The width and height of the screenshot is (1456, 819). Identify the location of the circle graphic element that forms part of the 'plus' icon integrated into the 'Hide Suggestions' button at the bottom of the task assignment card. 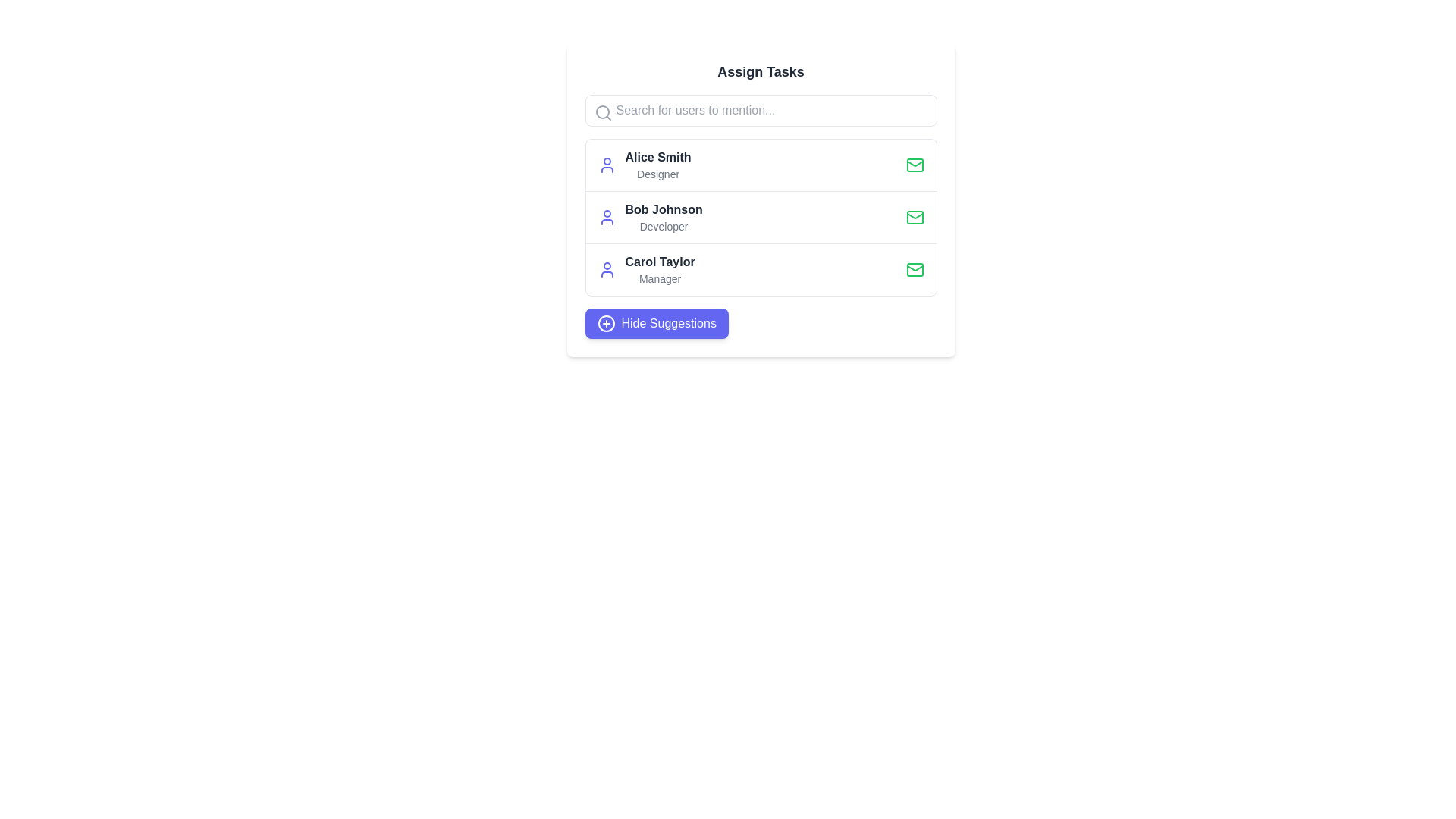
(605, 323).